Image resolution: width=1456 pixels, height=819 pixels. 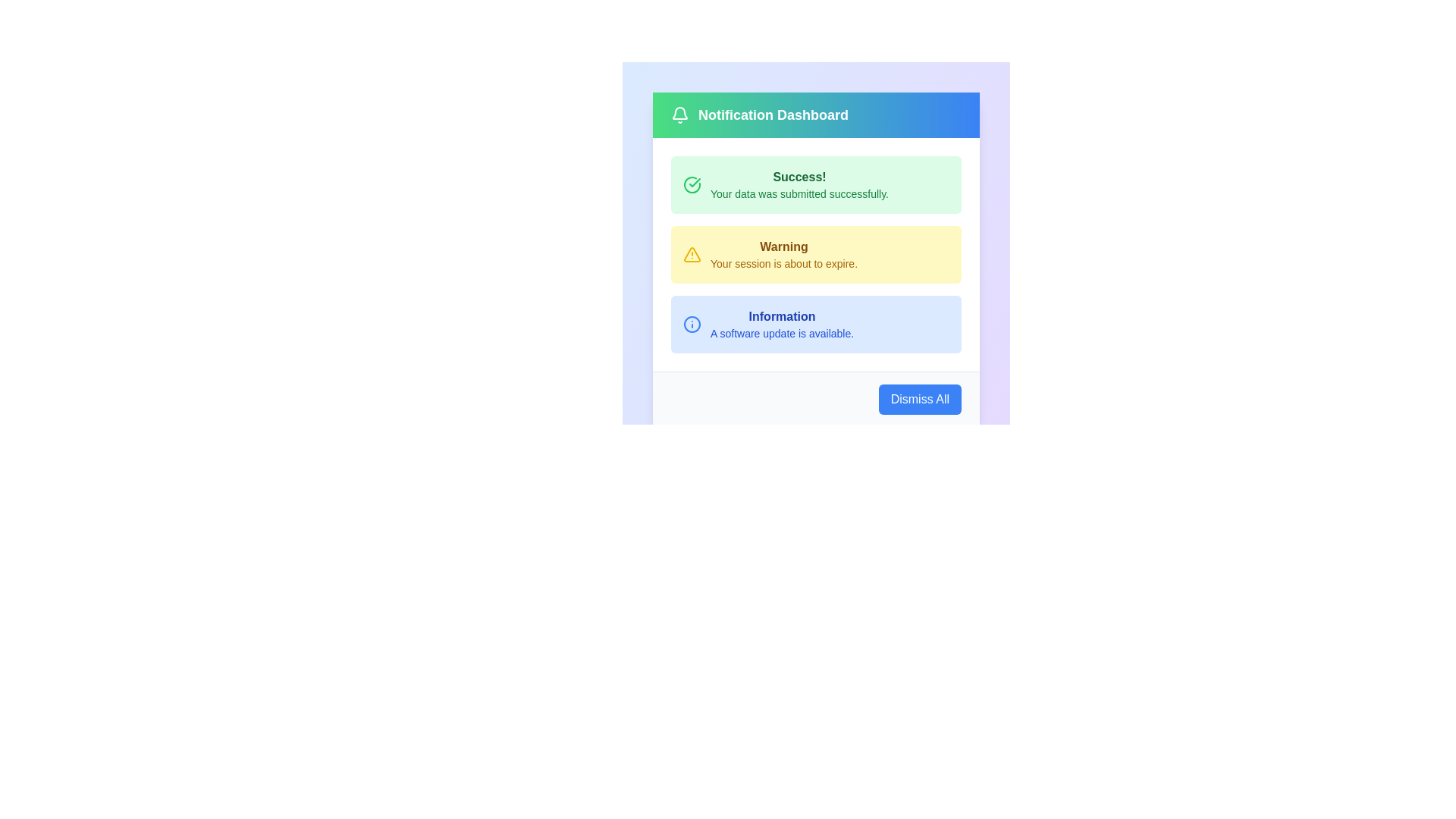 What do you see at coordinates (782, 332) in the screenshot?
I see `text notification labeled 'A software update is available.' displayed in blue text within the notification panel` at bounding box center [782, 332].